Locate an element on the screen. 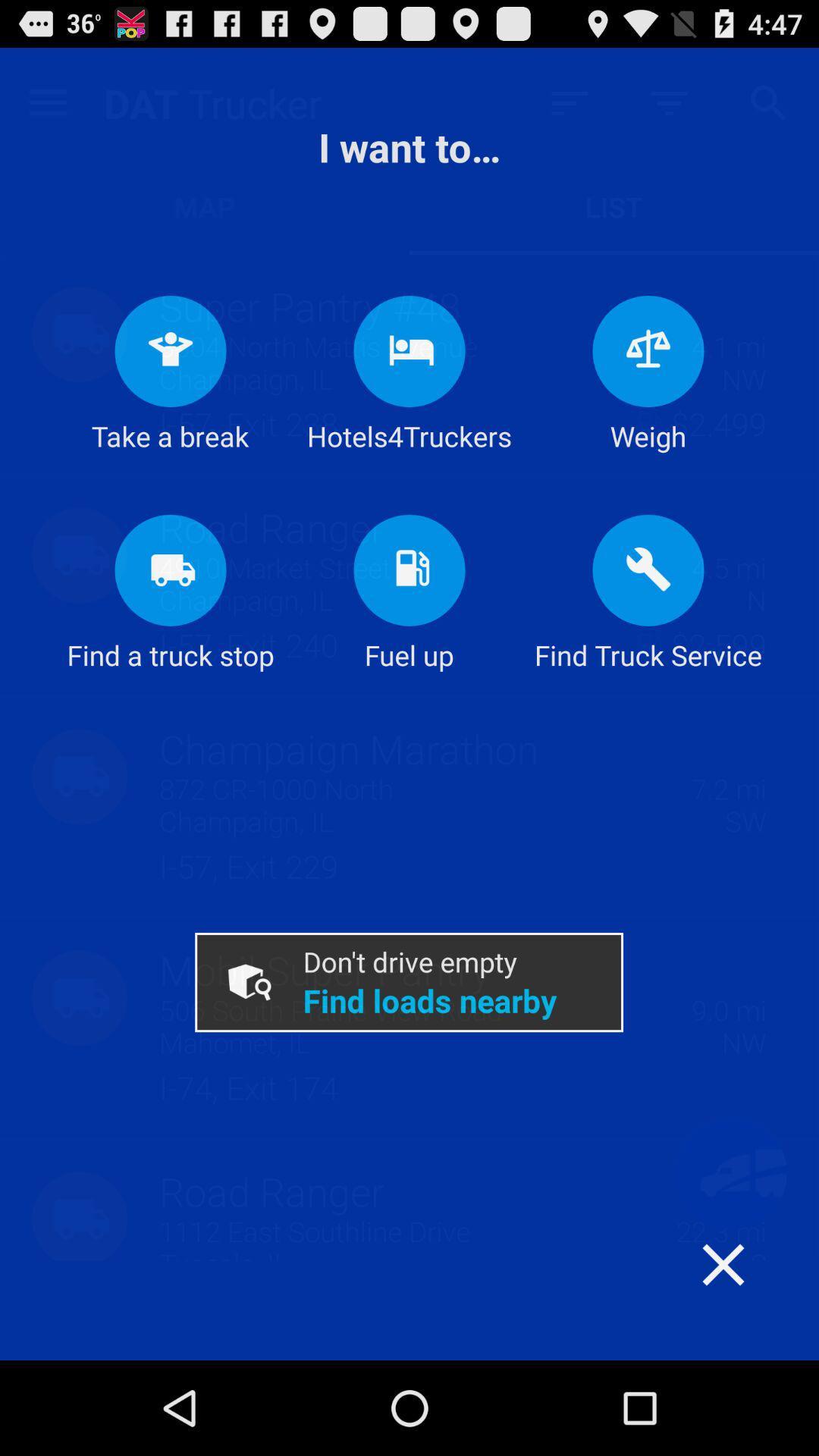 This screenshot has height=1456, width=819. the close icon is located at coordinates (753, 1385).